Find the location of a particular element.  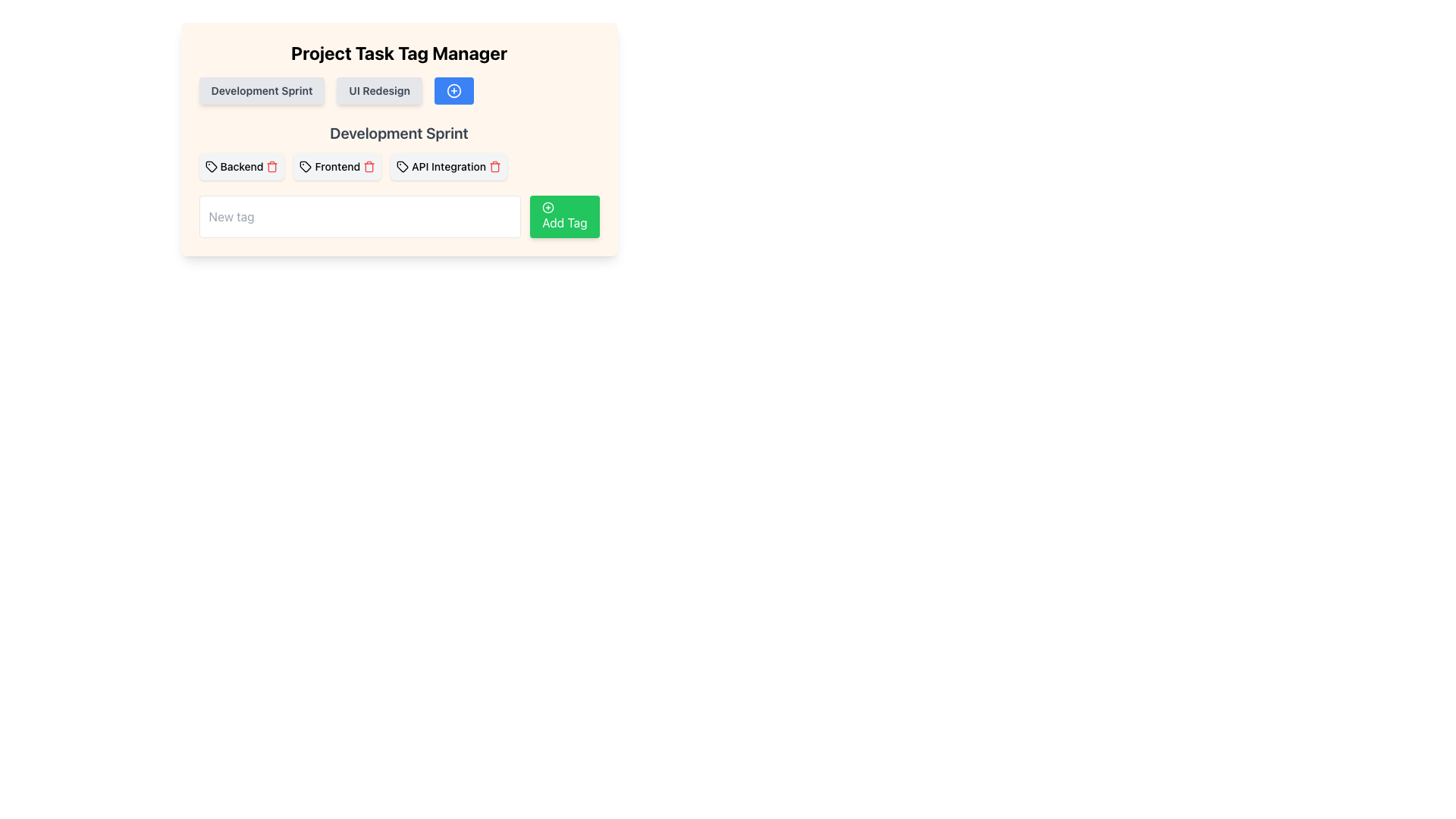

the delete icon associated with the third label under 'Development Sprint' is located at coordinates (448, 166).